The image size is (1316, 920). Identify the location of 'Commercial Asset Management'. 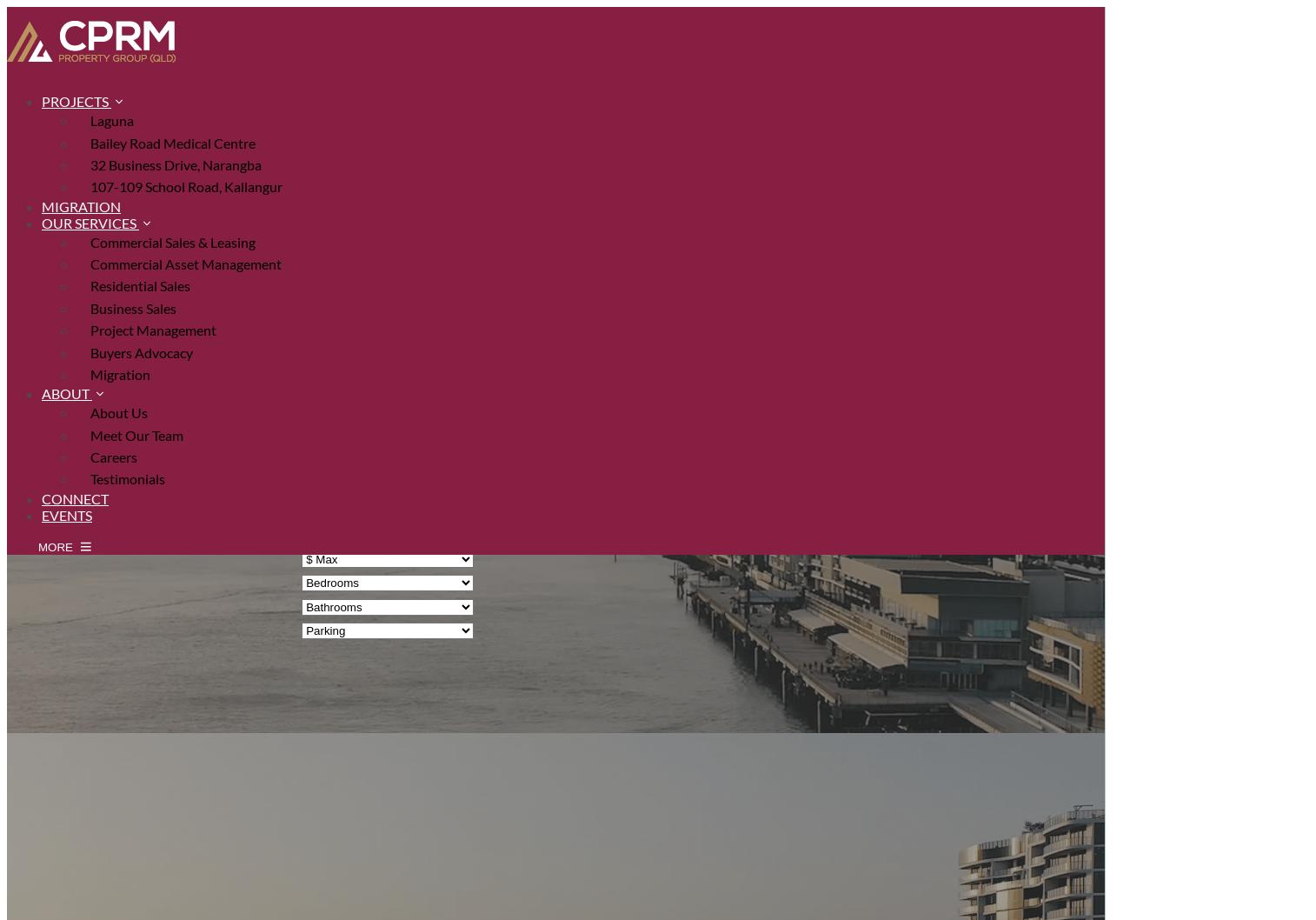
(90, 263).